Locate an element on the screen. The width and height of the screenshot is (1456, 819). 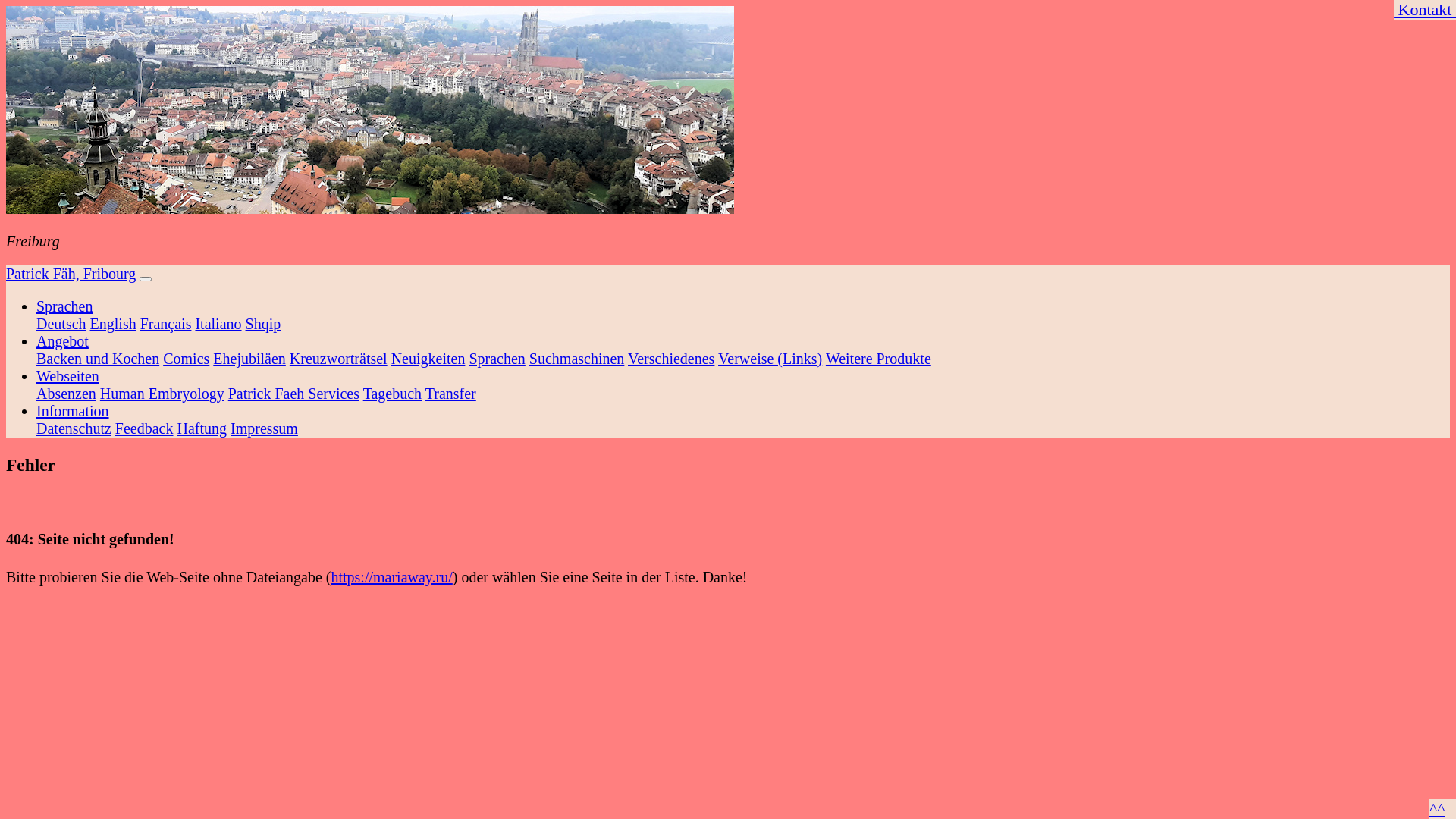
'Sprachen' is located at coordinates (496, 359).